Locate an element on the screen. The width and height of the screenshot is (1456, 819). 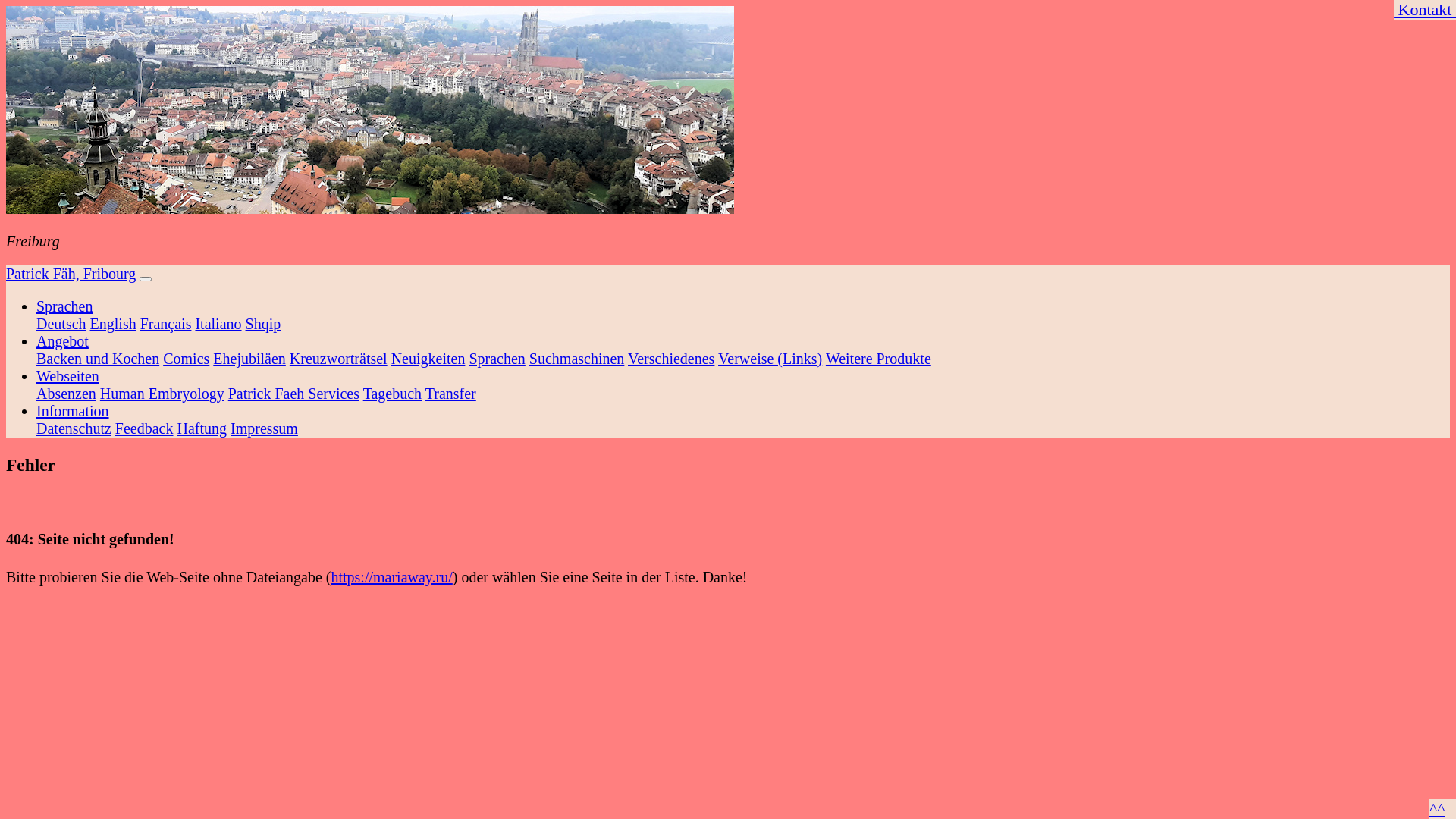
'Sprachen' is located at coordinates (496, 359).